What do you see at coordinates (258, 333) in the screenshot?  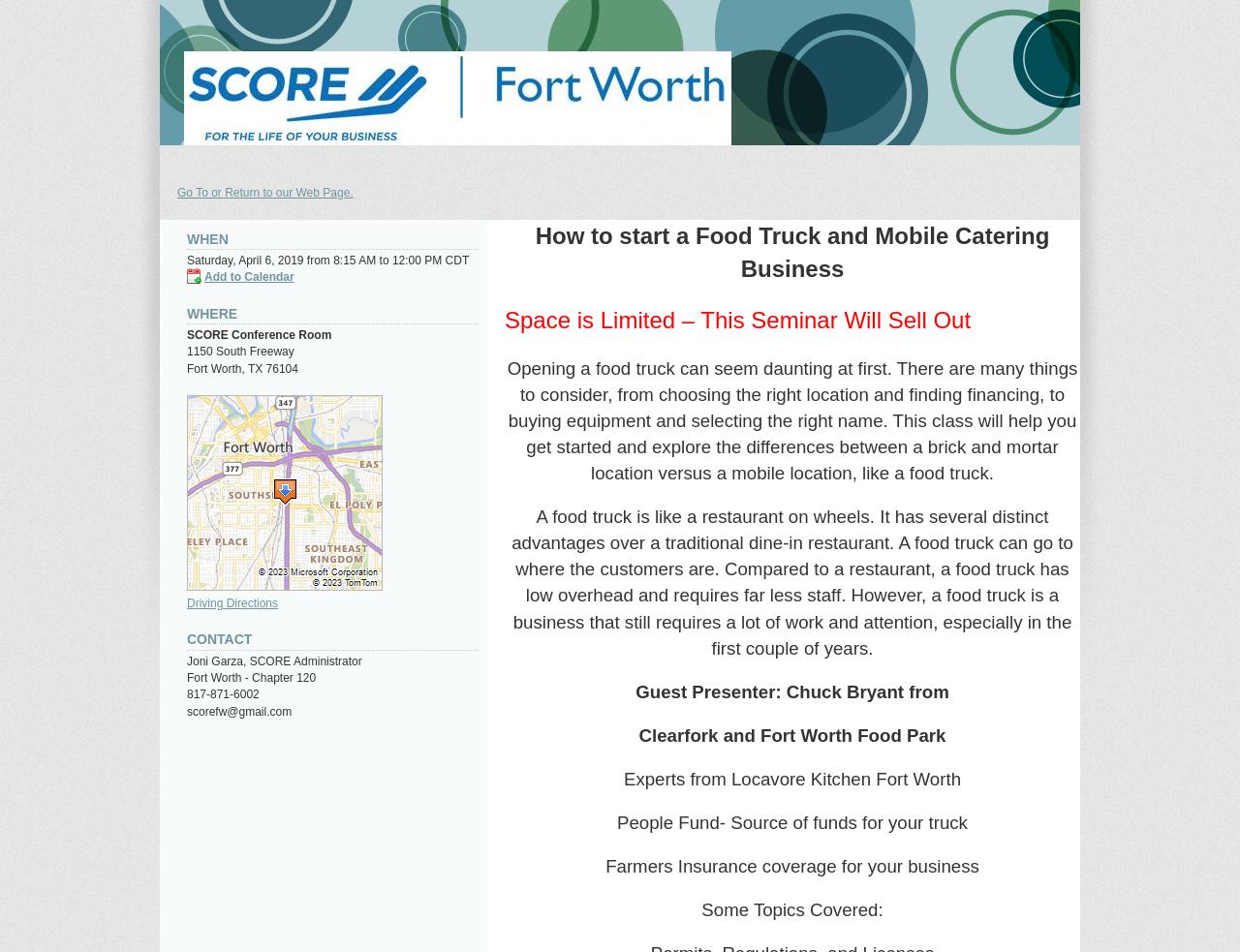 I see `'SCORE Conference Room'` at bounding box center [258, 333].